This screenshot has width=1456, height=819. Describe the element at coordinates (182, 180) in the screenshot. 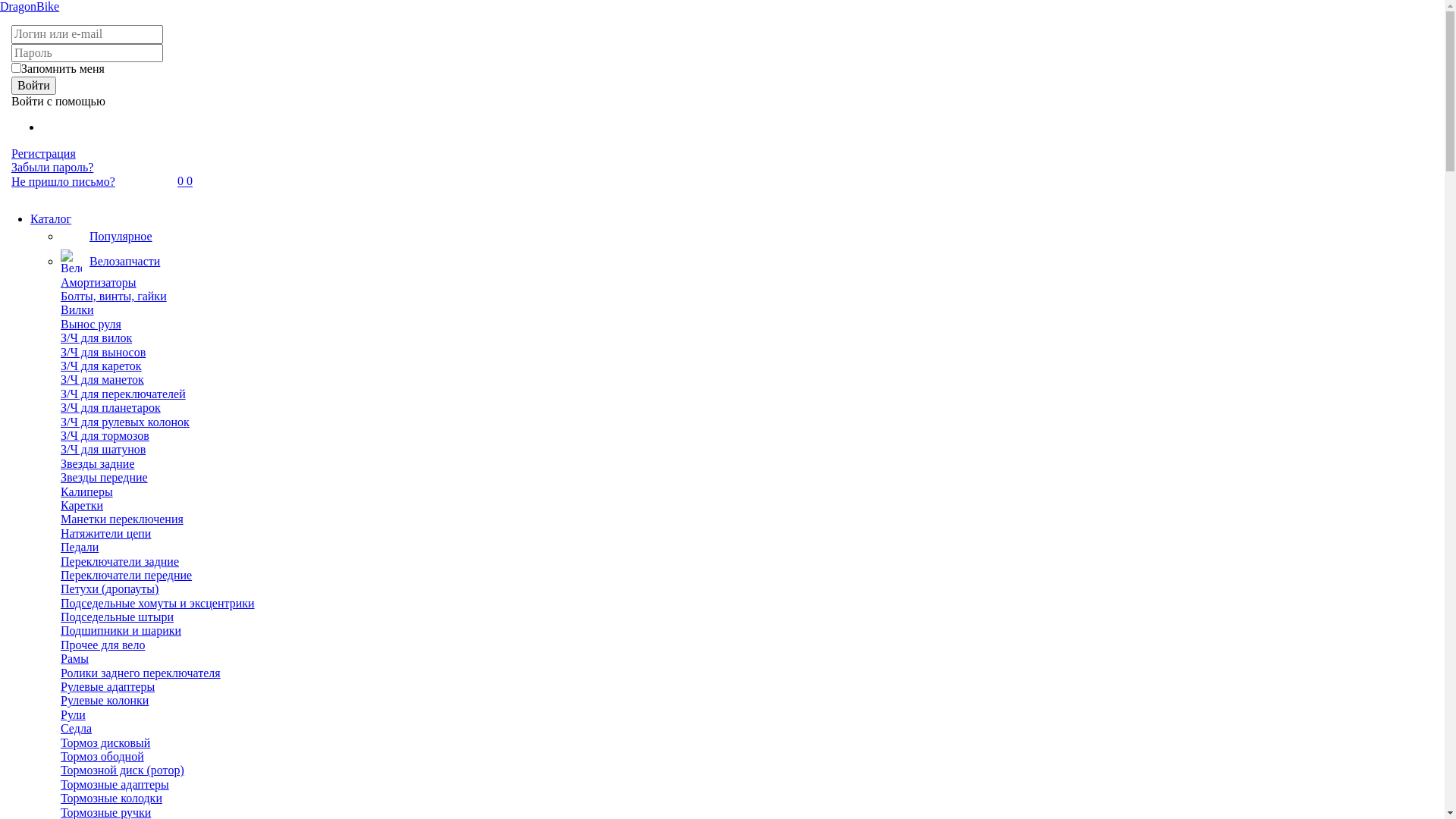

I see `'0'` at that location.